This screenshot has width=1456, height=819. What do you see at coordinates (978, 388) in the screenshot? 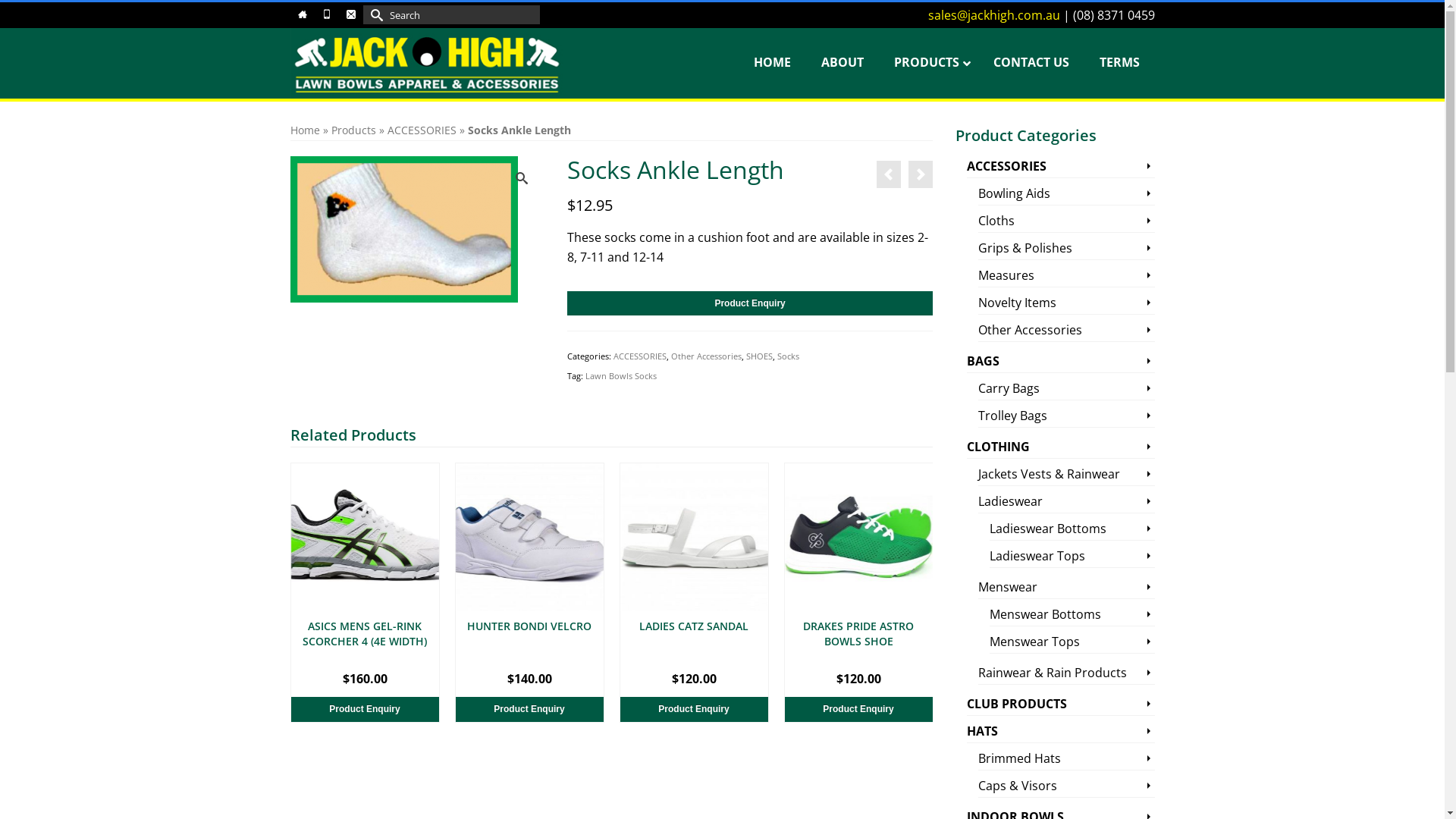
I see `'Carry Bags'` at bounding box center [978, 388].